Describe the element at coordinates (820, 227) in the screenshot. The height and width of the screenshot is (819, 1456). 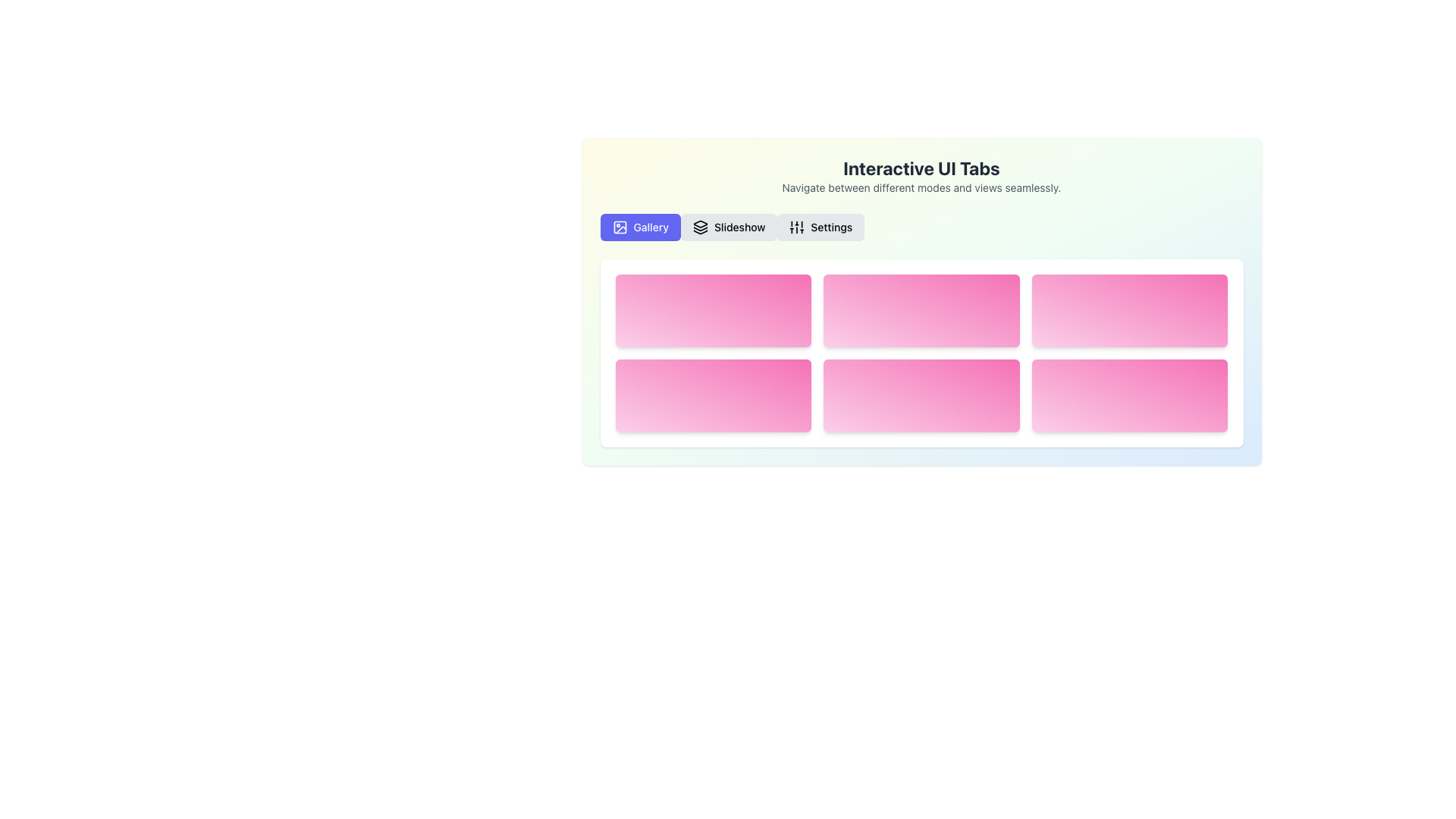
I see `the 'Settings' tab in the navigation bar` at that location.